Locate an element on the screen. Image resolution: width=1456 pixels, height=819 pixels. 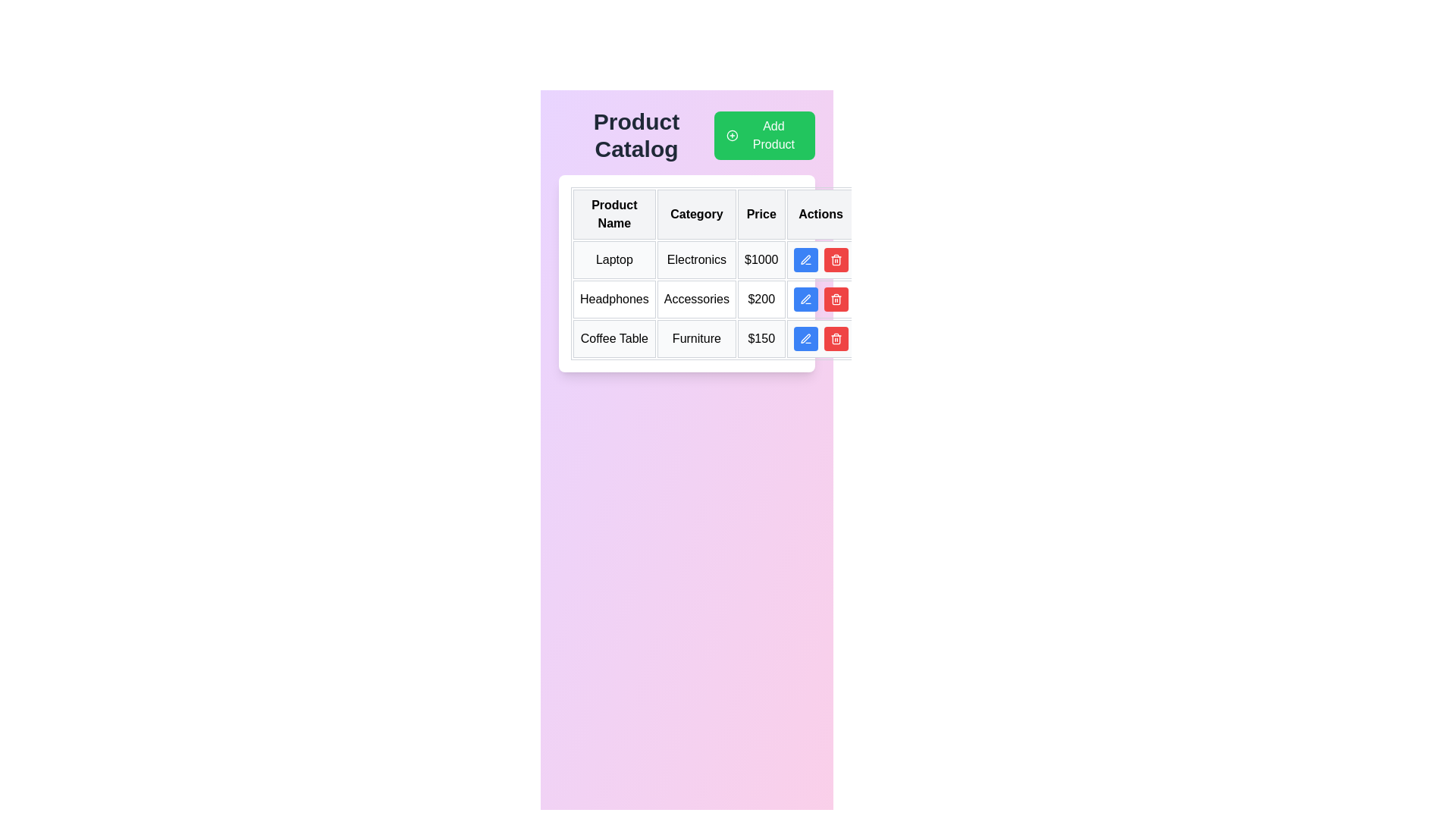
the red-colored trash icon button, which resembles a trash bin, located in the 'Actions' column of the table, specifically the second icon in the third row next to the 'Coffee Table' row is located at coordinates (835, 338).